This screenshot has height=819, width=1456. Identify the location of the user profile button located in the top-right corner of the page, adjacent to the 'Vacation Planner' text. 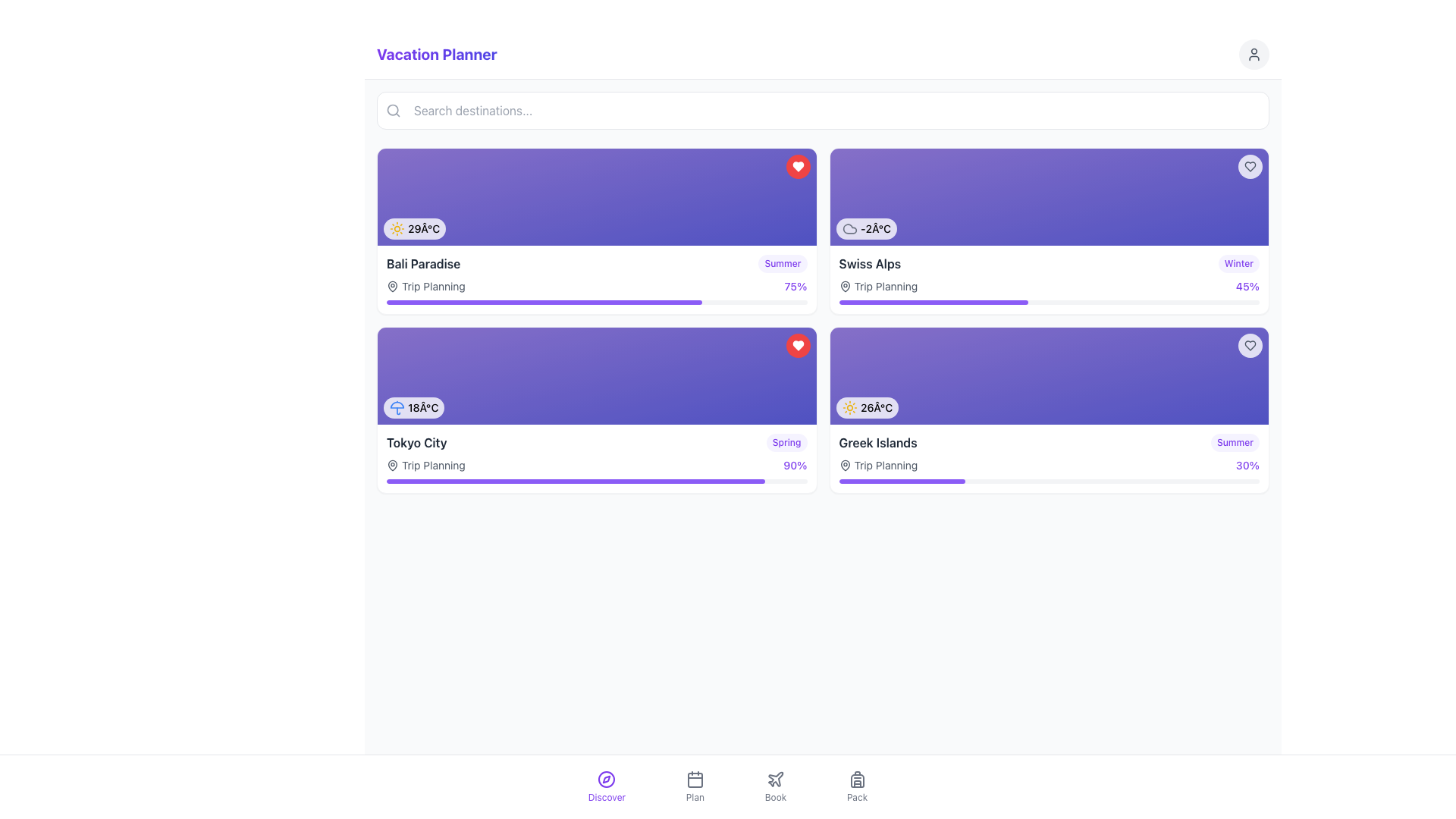
(1254, 54).